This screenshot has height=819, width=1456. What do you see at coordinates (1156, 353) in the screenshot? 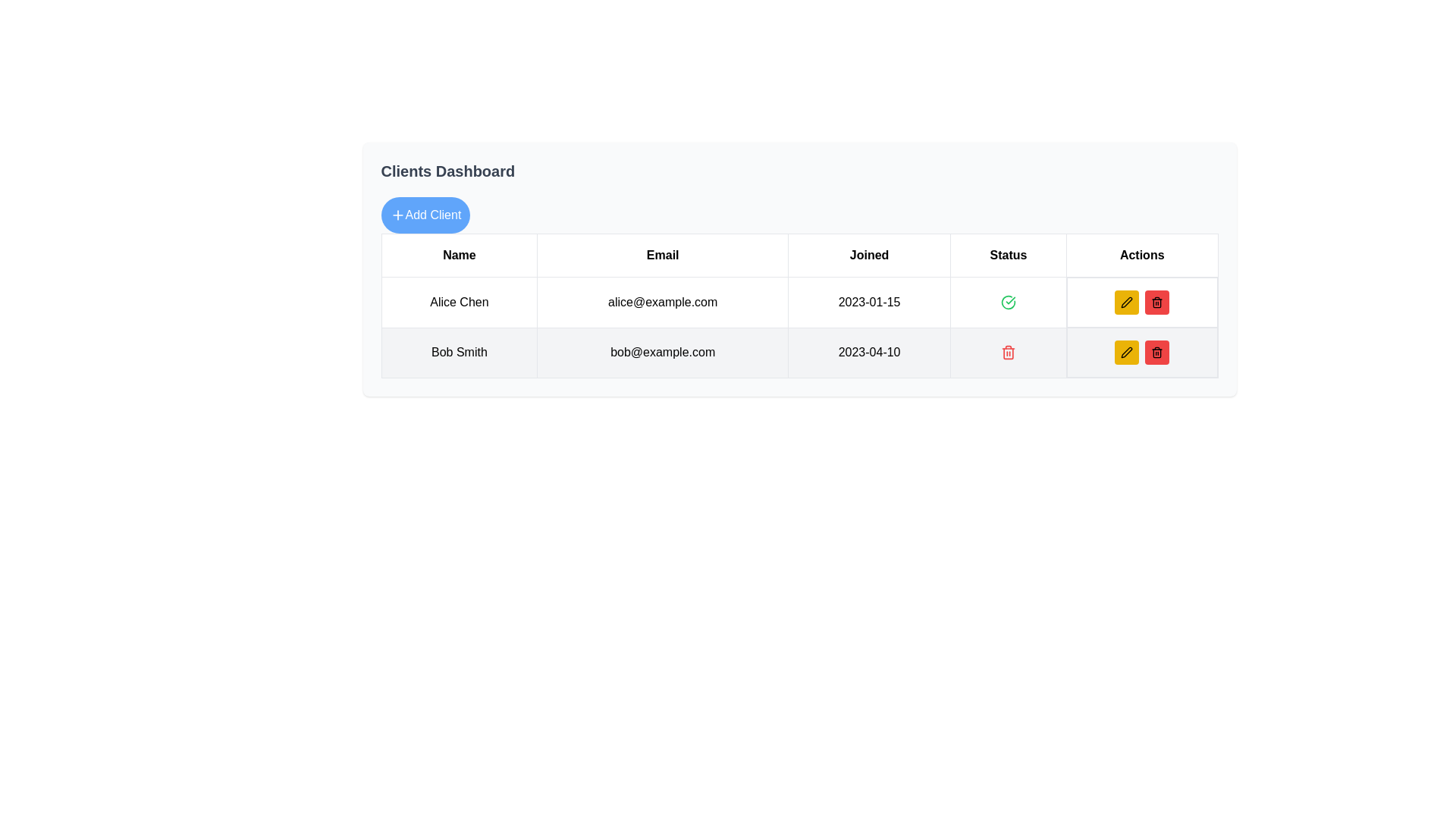
I see `the square red button with rounded corners containing a trash can icon in the second row of the 'Actions' column for user 'Bob Smith'` at bounding box center [1156, 353].